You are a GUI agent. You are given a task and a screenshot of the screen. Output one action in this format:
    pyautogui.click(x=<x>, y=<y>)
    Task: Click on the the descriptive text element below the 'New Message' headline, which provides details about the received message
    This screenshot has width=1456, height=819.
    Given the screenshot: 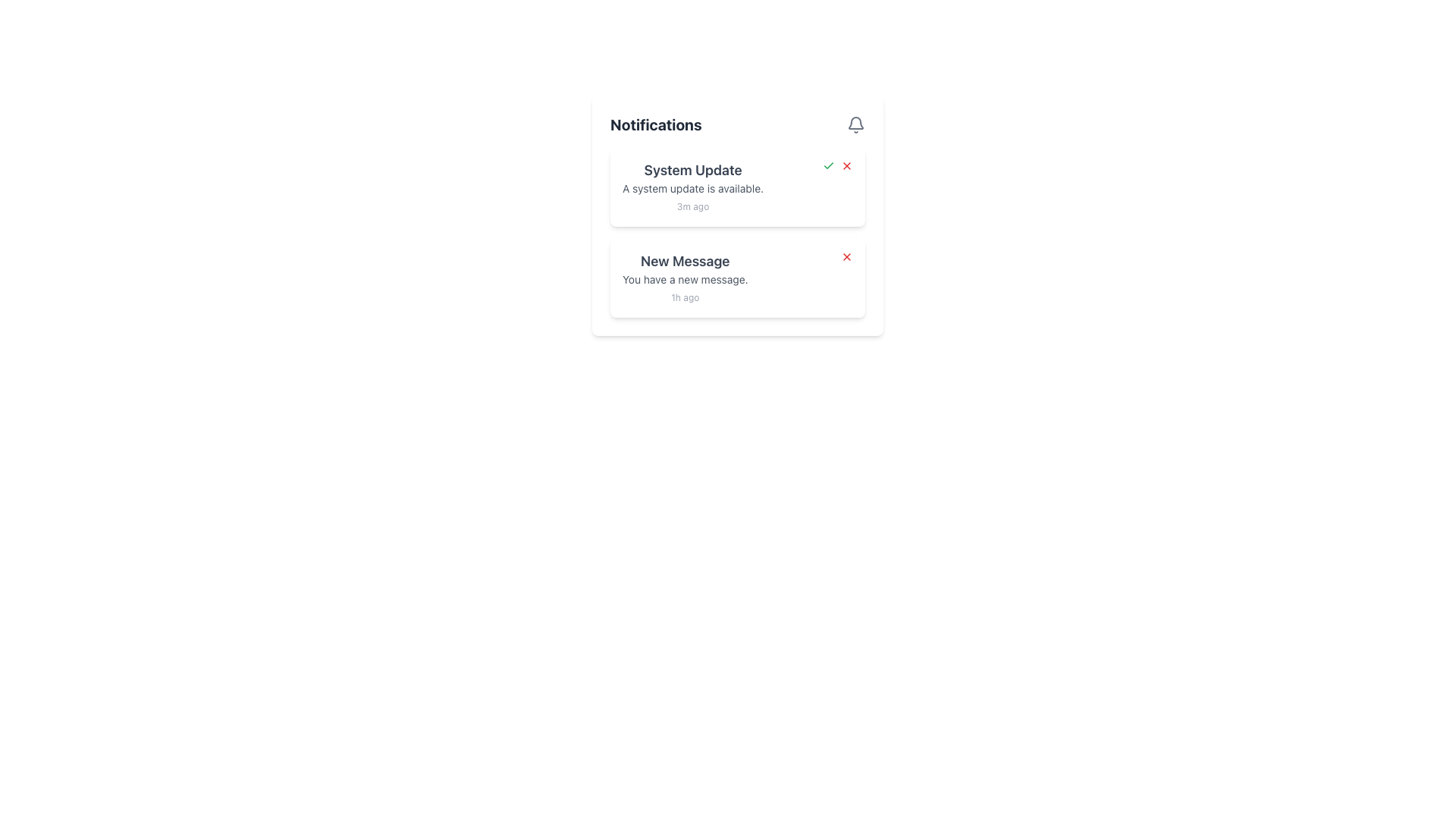 What is the action you would take?
    pyautogui.click(x=684, y=280)
    